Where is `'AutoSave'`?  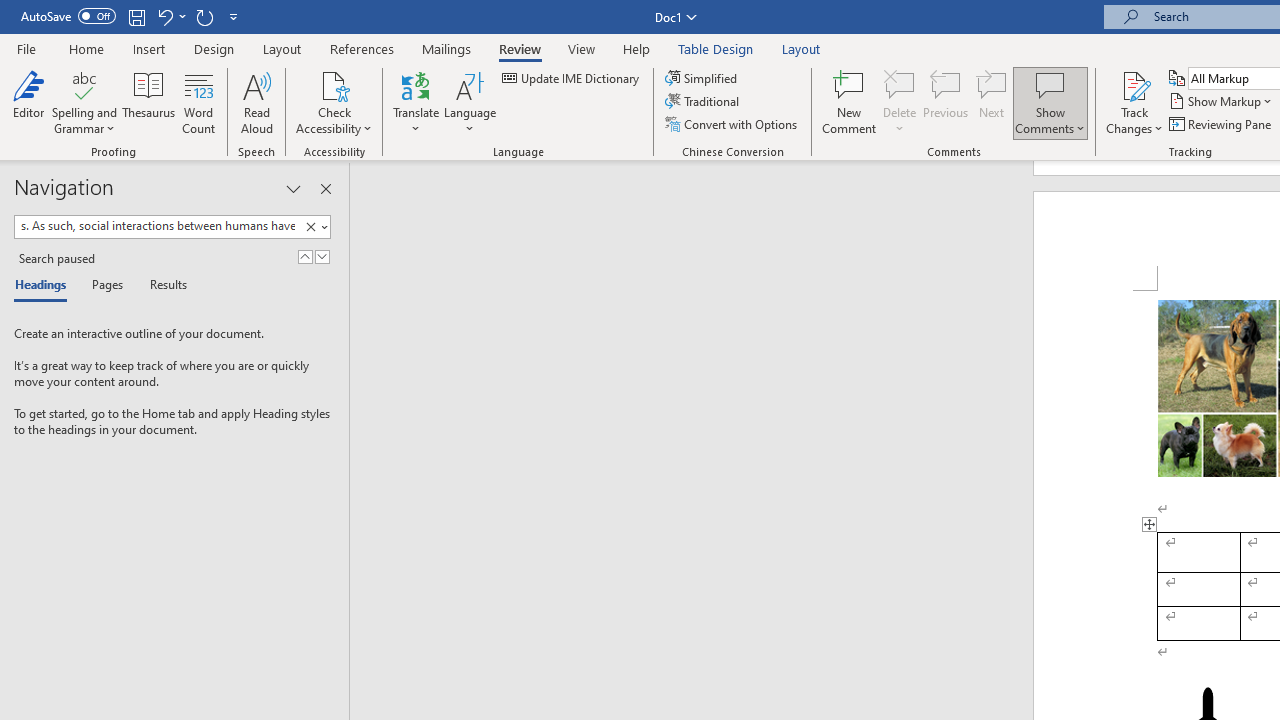
'AutoSave' is located at coordinates (68, 16).